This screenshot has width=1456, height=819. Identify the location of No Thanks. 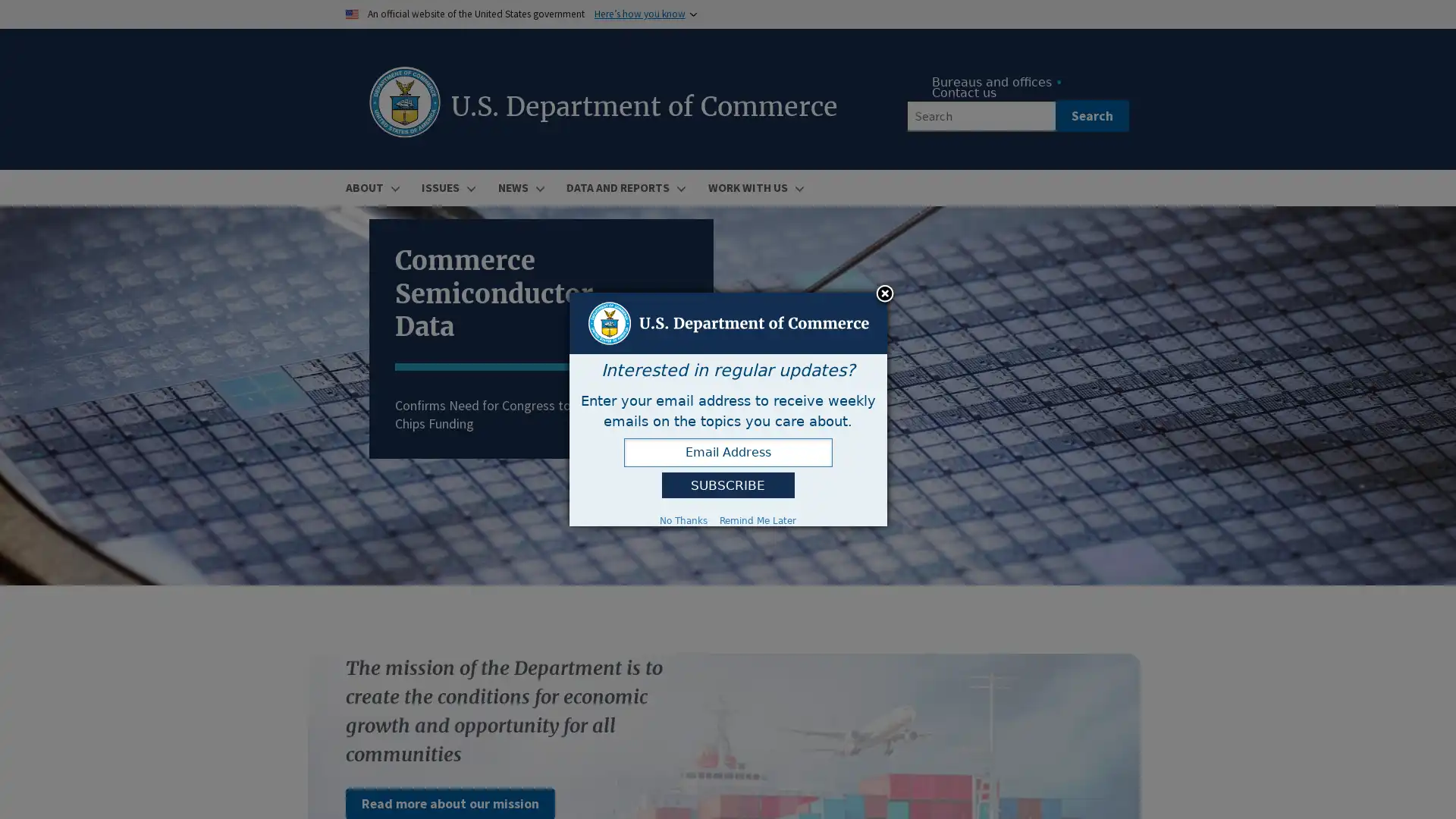
(682, 519).